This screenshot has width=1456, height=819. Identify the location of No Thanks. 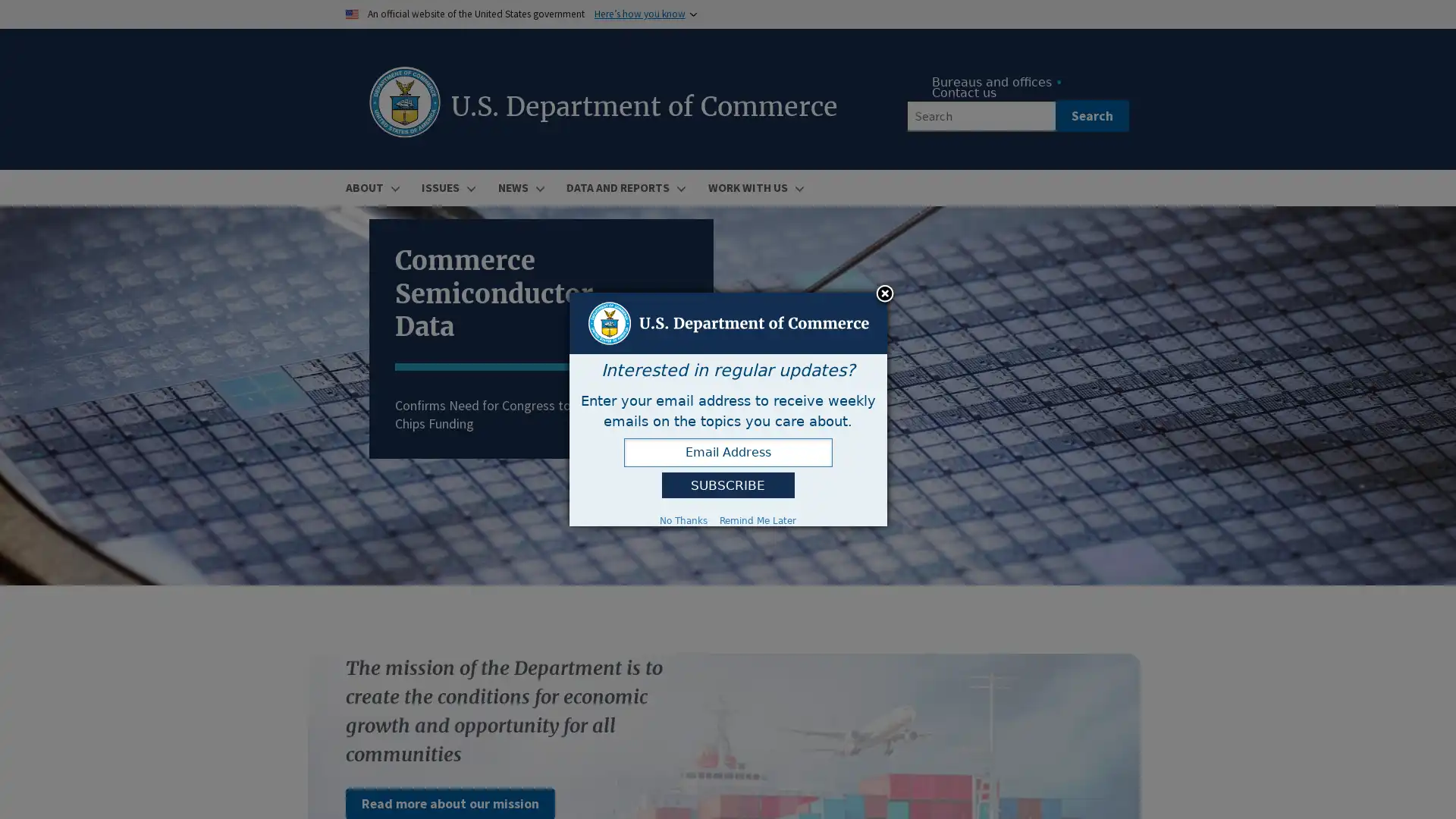
(682, 519).